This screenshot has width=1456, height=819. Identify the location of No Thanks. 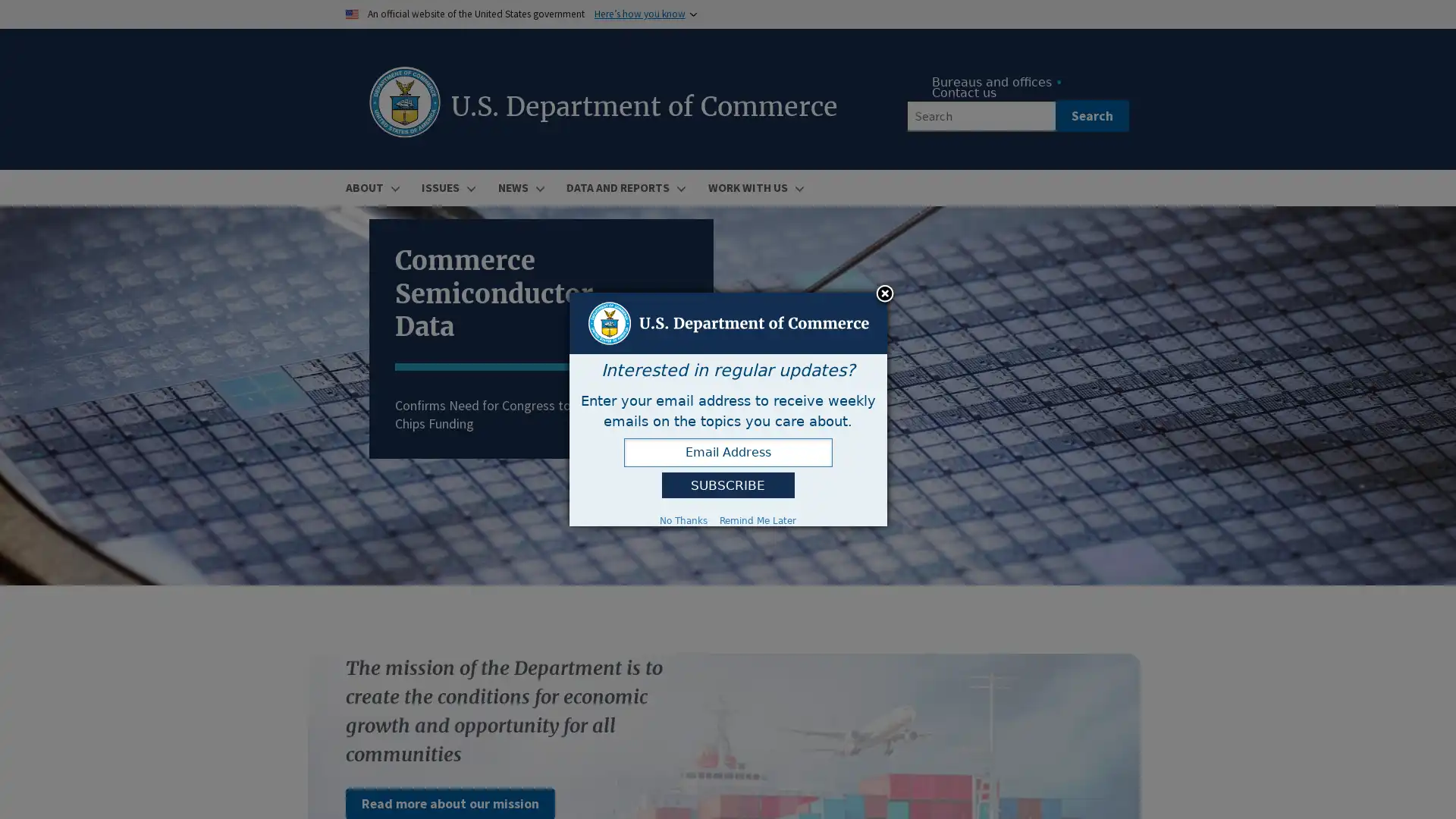
(682, 519).